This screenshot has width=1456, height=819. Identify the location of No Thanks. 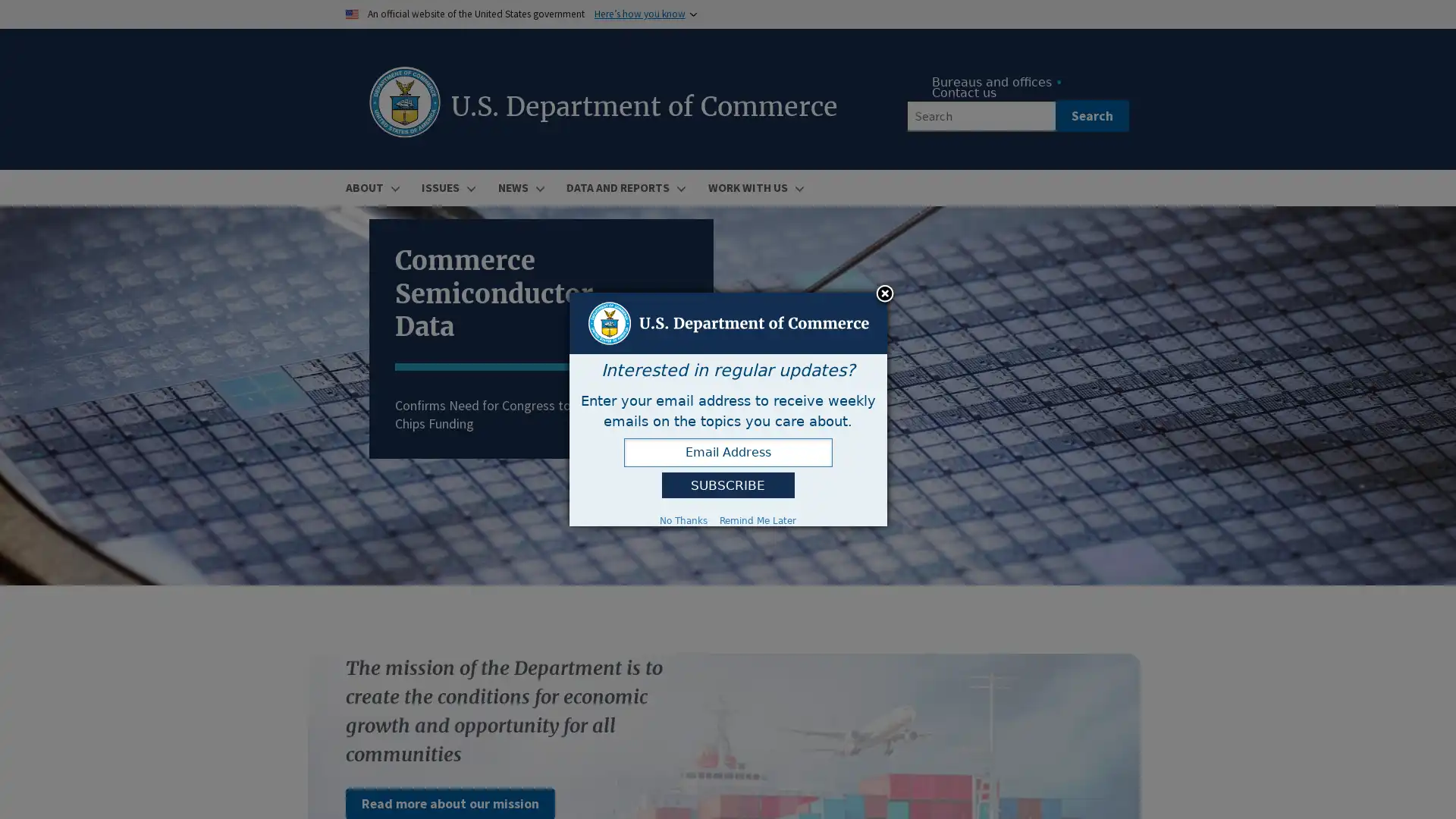
(682, 519).